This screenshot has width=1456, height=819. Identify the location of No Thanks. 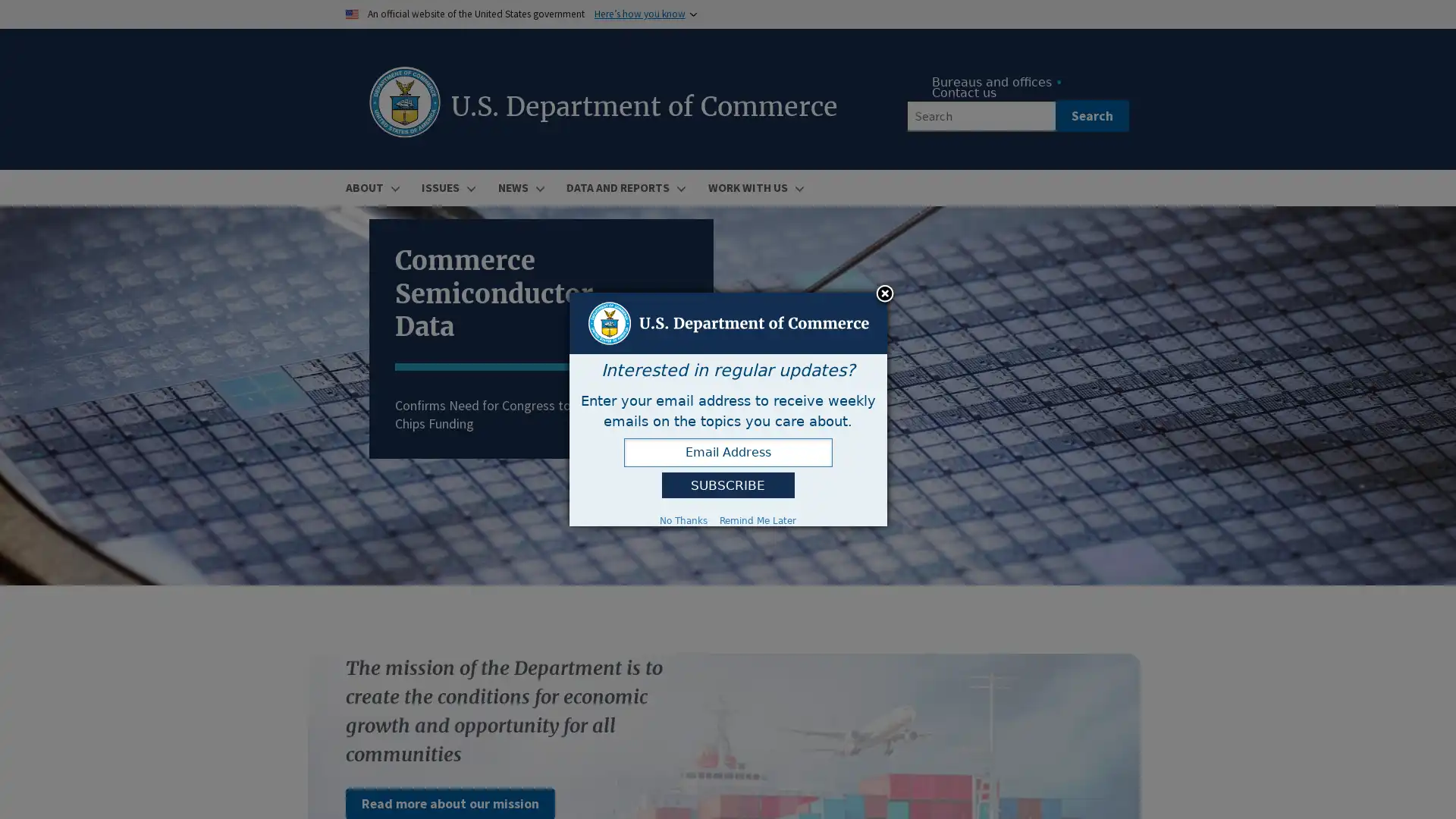
(682, 519).